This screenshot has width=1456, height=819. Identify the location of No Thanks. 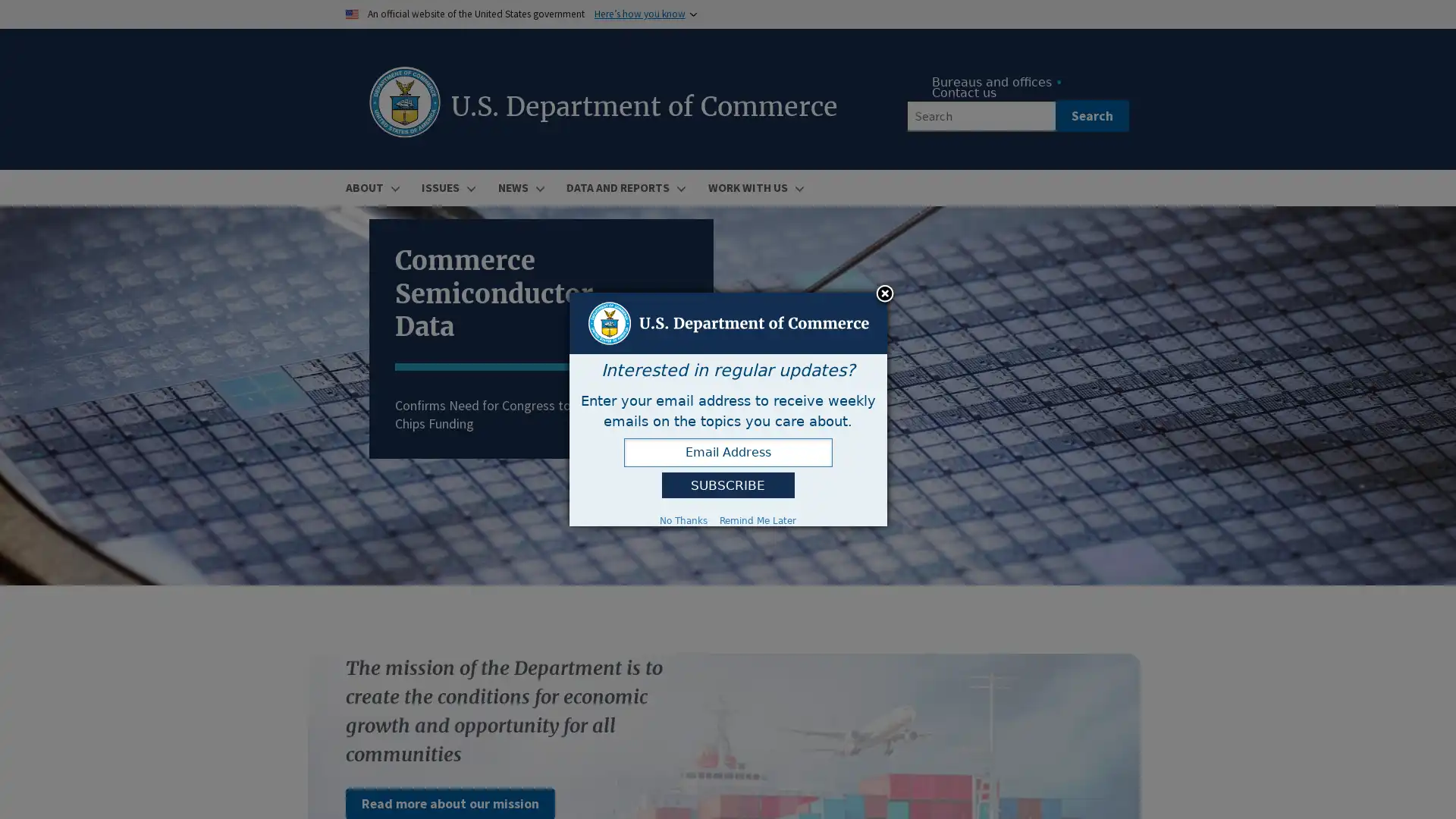
(682, 519).